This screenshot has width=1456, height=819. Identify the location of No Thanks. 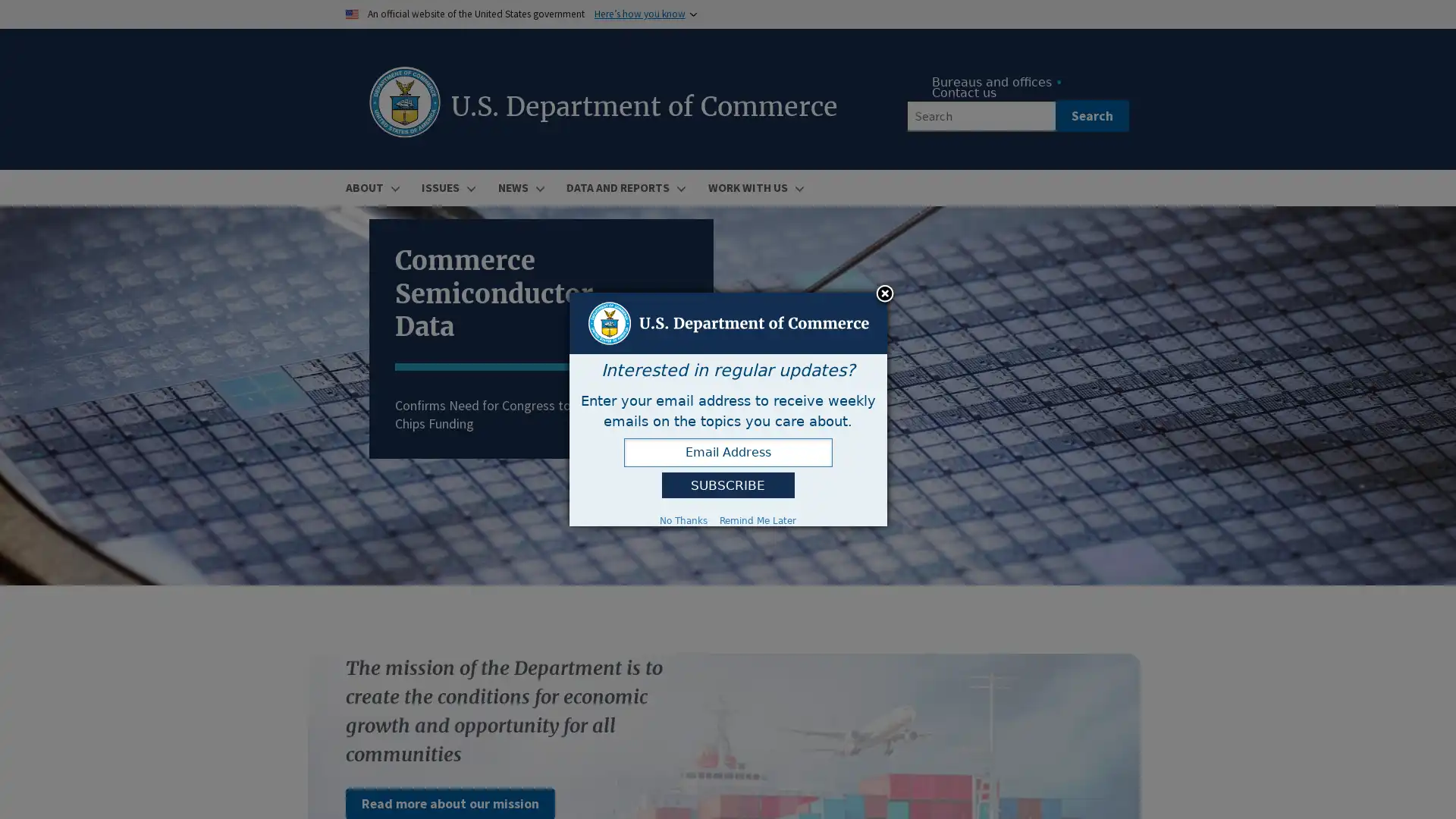
(682, 519).